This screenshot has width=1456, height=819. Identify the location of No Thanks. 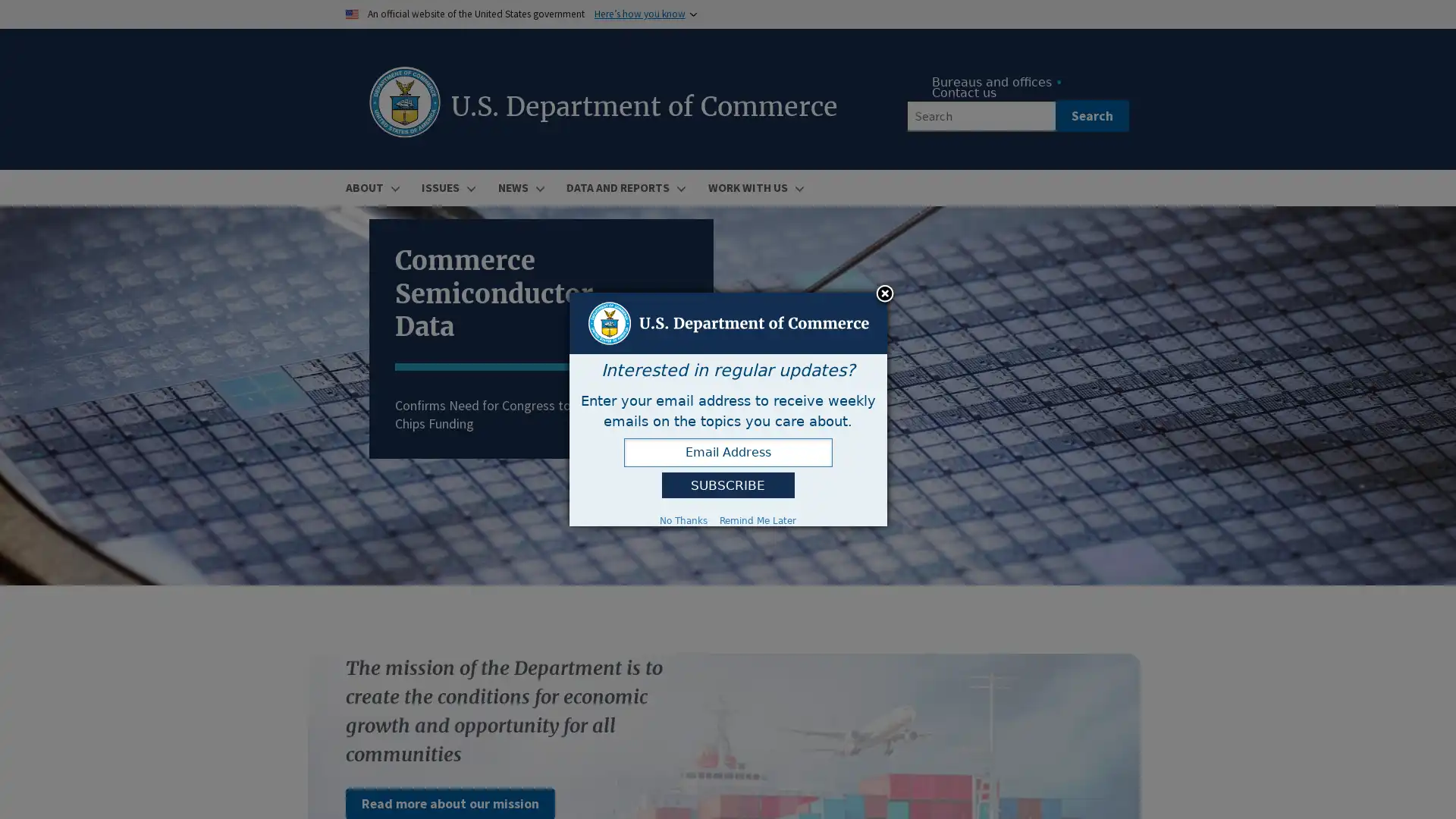
(682, 519).